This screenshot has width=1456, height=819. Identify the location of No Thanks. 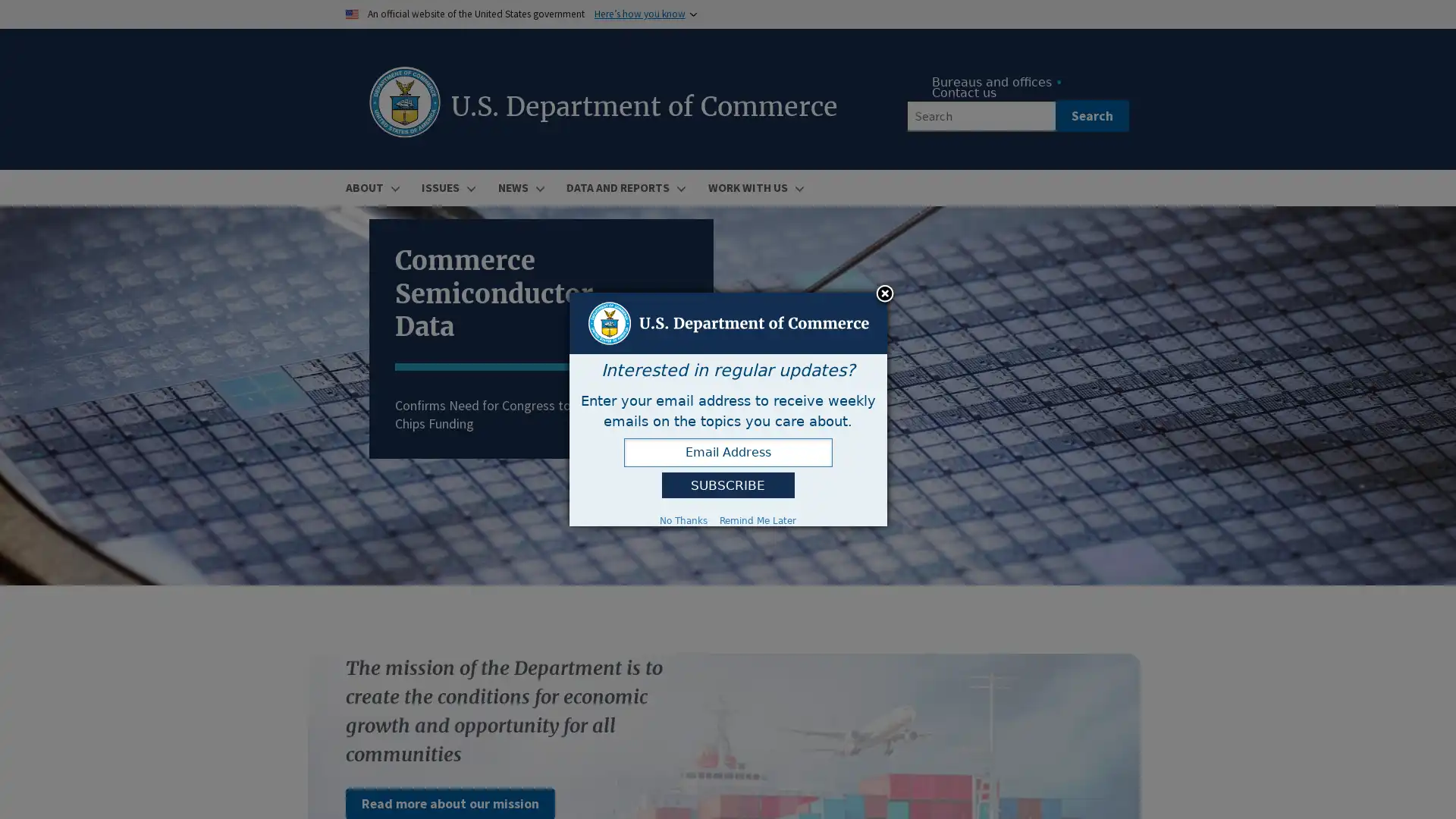
(682, 519).